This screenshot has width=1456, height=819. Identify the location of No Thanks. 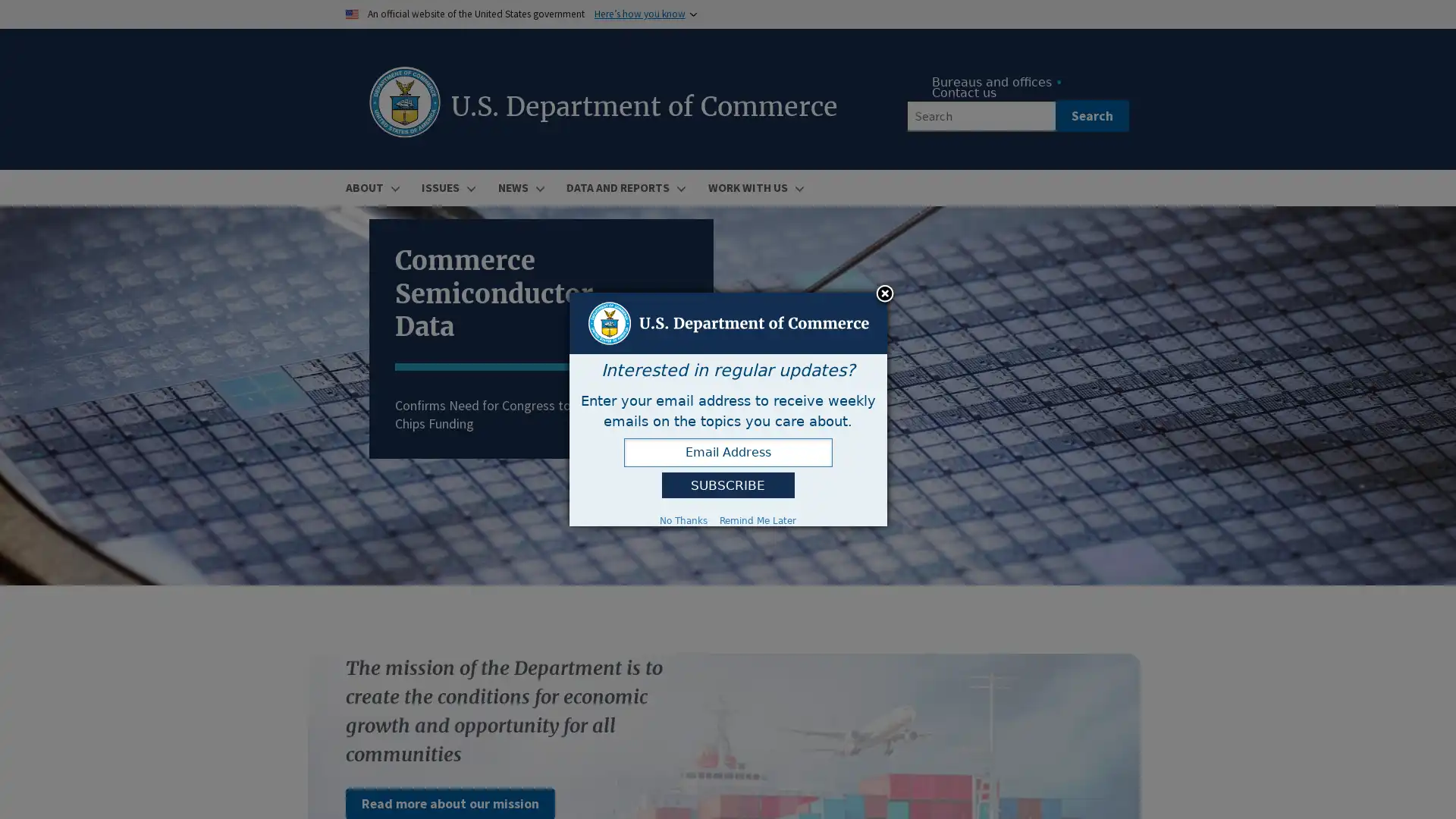
(682, 519).